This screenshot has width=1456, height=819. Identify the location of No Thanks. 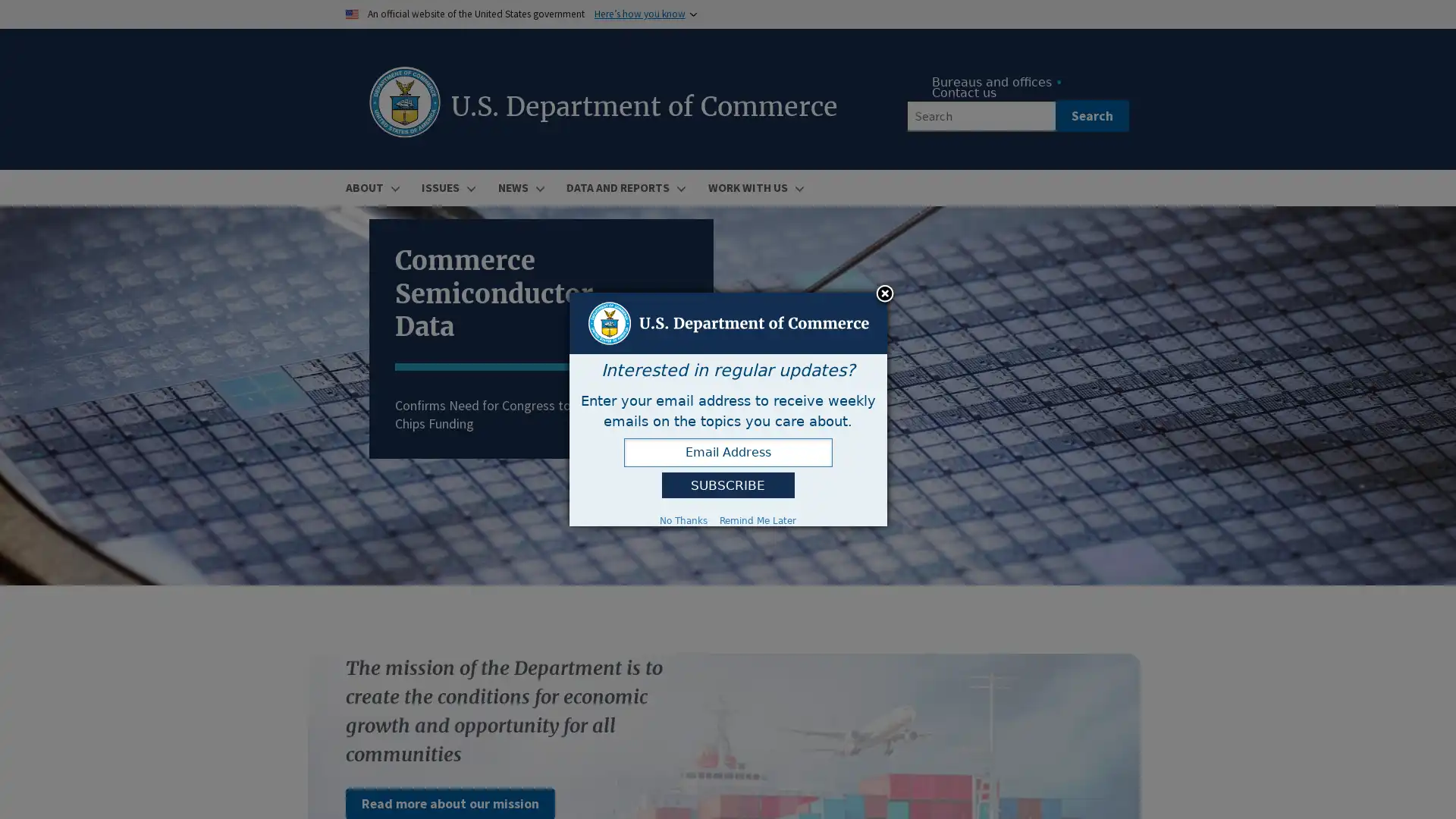
(682, 519).